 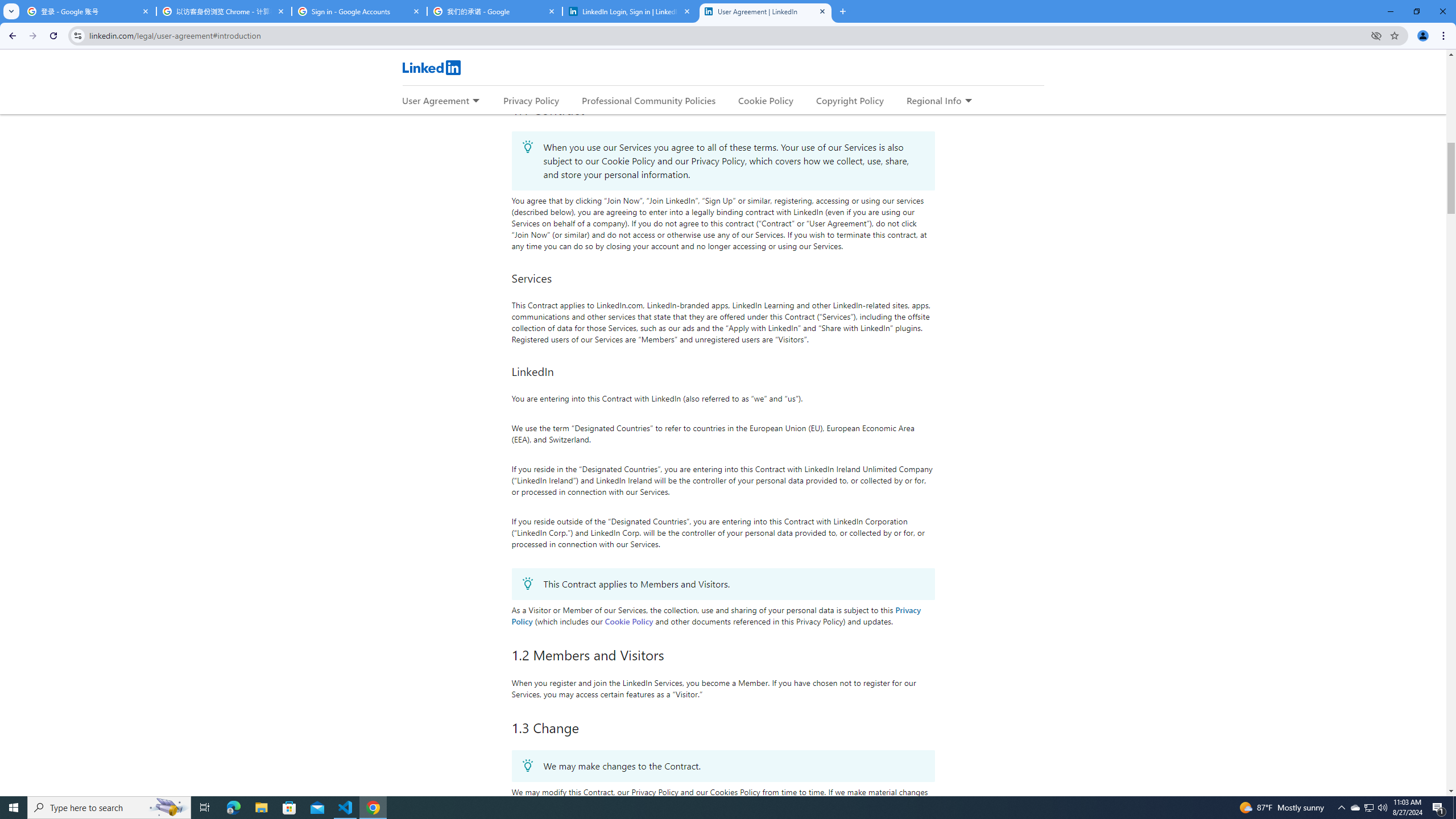 What do you see at coordinates (765, 11) in the screenshot?
I see `'User Agreement | LinkedIn'` at bounding box center [765, 11].